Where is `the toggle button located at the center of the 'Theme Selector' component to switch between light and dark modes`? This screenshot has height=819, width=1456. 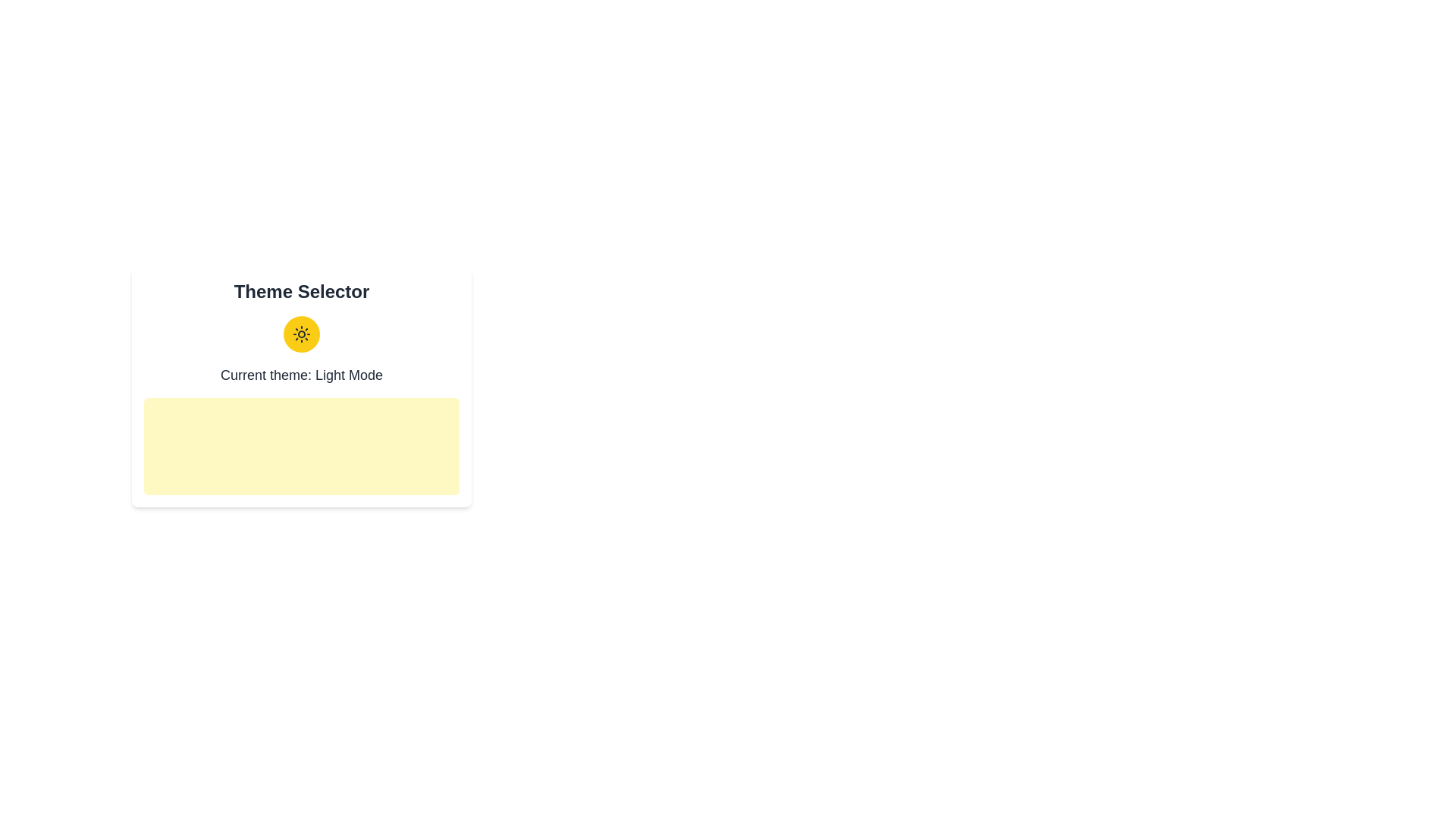 the toggle button located at the center of the 'Theme Selector' component to switch between light and dark modes is located at coordinates (302, 333).